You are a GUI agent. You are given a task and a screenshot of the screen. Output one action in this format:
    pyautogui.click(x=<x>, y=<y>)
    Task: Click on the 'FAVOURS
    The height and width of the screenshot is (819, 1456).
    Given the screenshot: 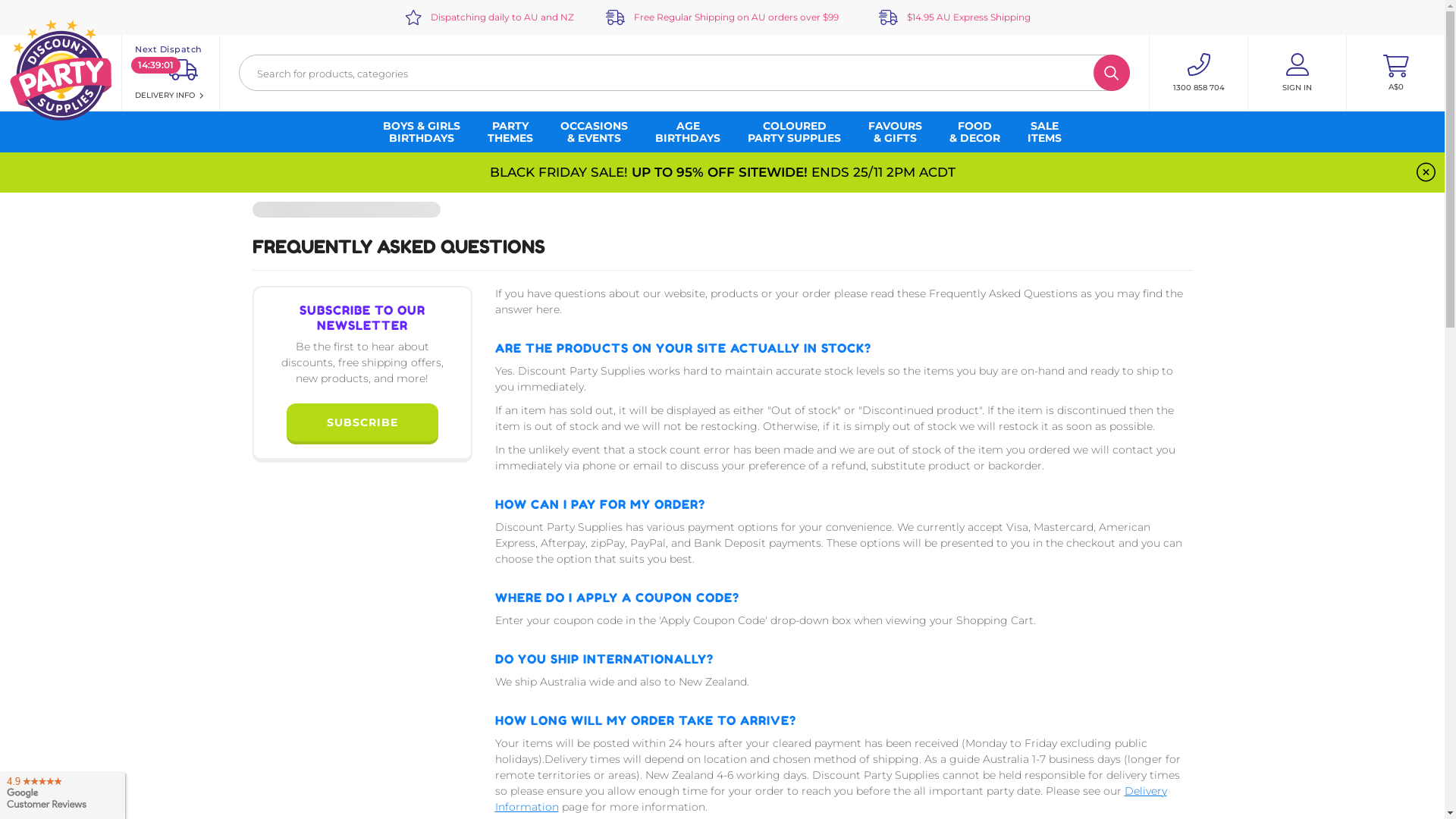 What is the action you would take?
    pyautogui.click(x=895, y=130)
    